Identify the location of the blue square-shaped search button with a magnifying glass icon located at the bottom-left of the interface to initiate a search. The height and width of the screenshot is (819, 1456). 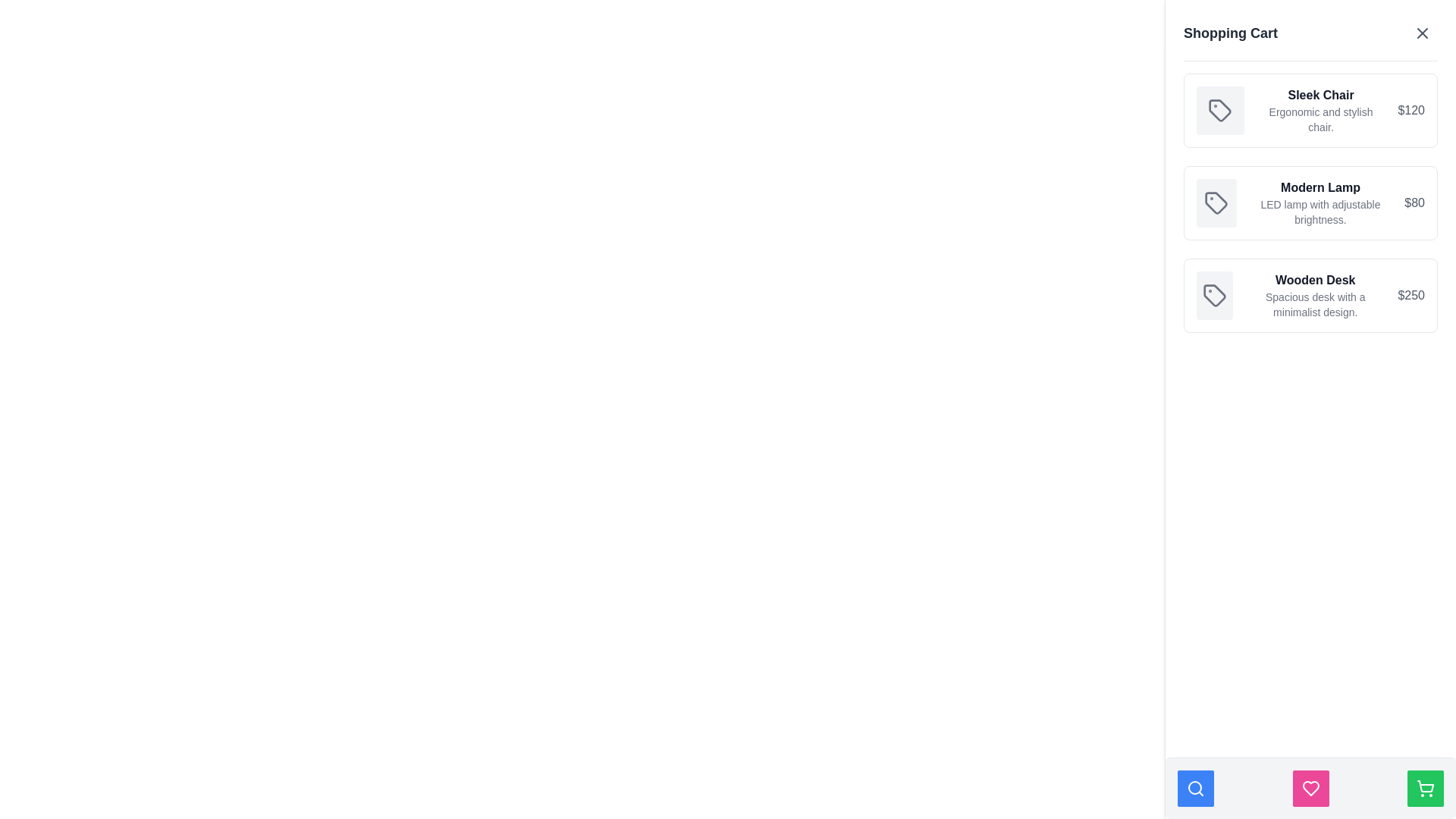
(1195, 788).